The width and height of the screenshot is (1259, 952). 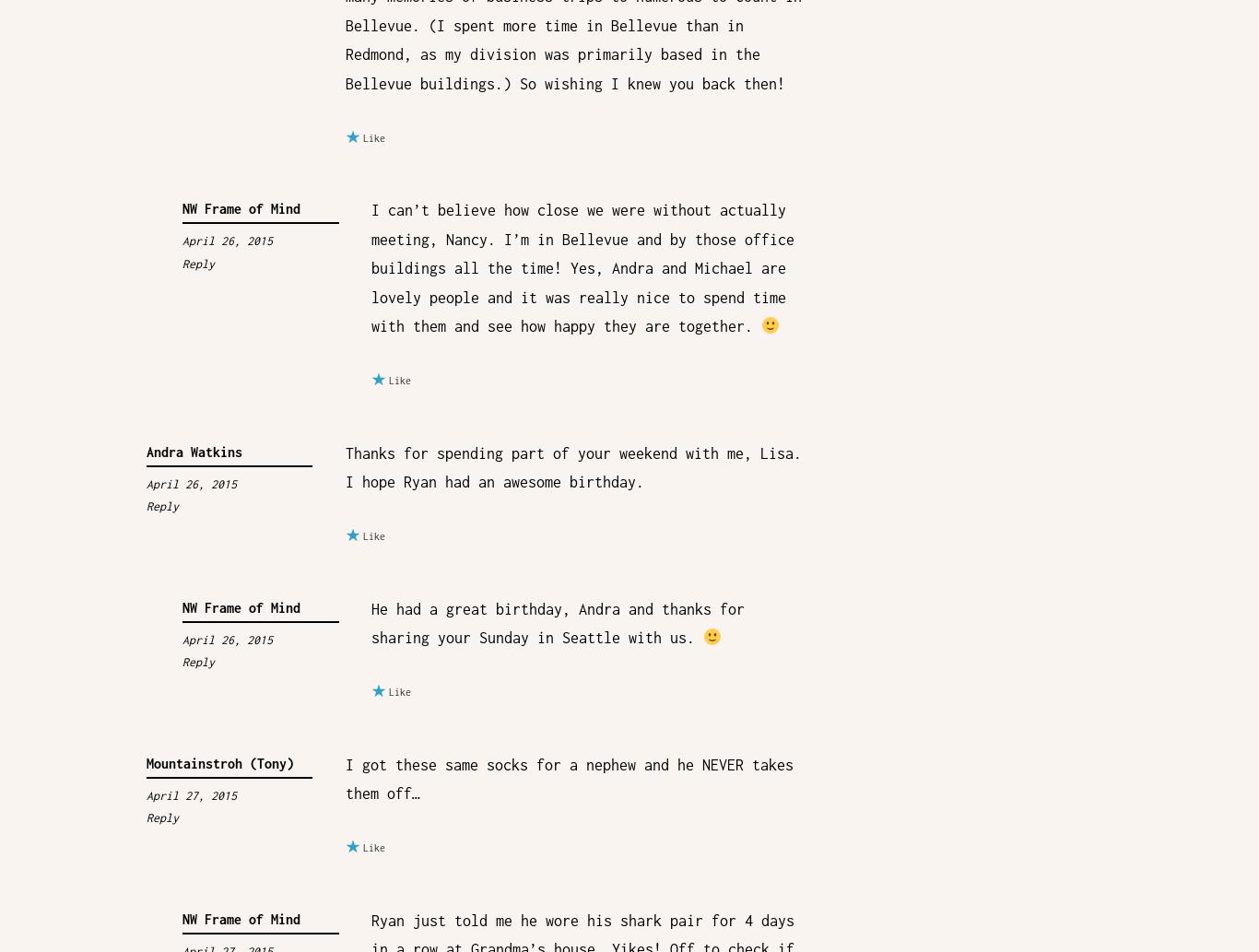 I want to click on 'Andra Watkins', so click(x=146, y=451).